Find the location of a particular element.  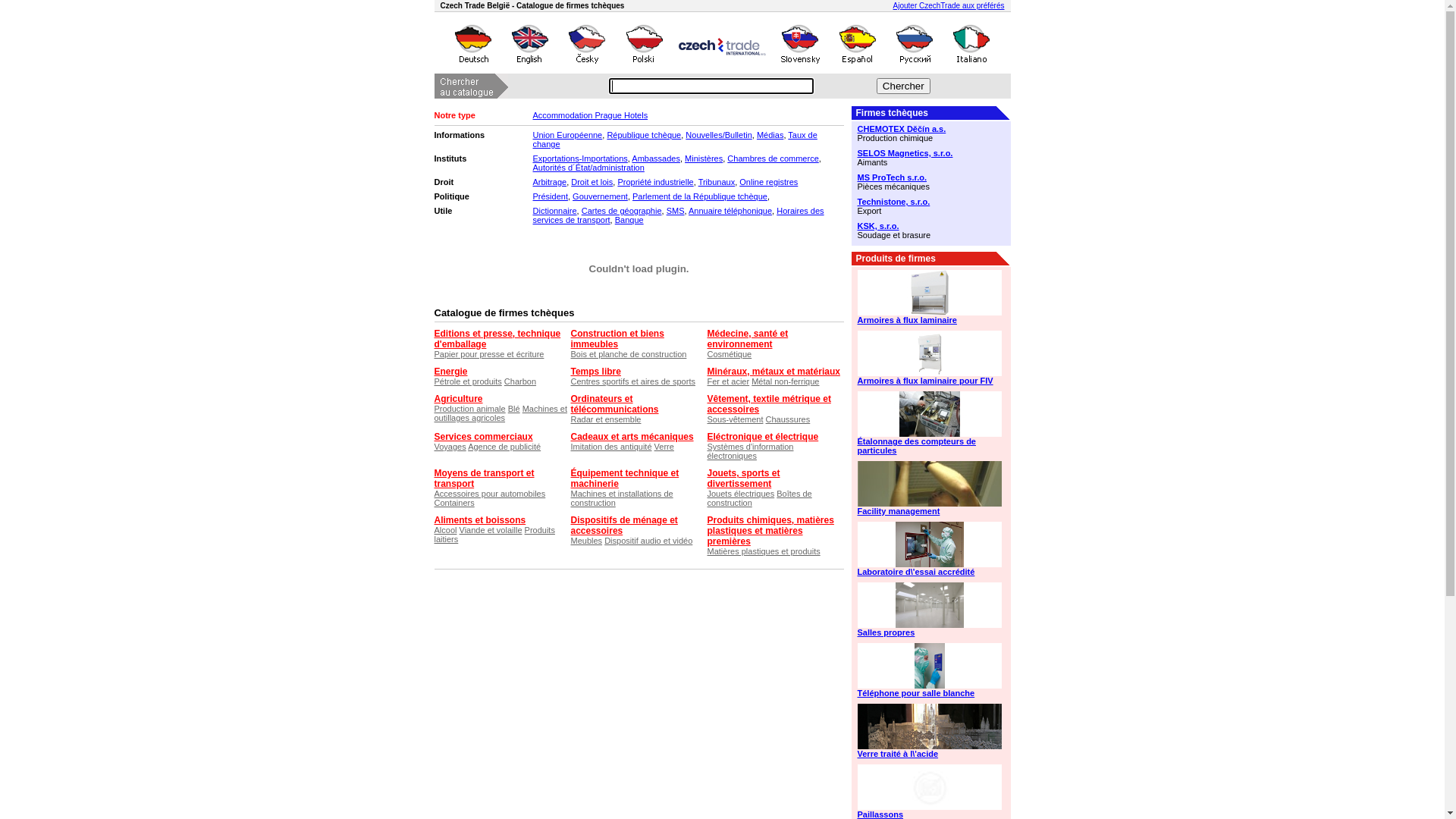

'Services commerciaux' is located at coordinates (482, 436).